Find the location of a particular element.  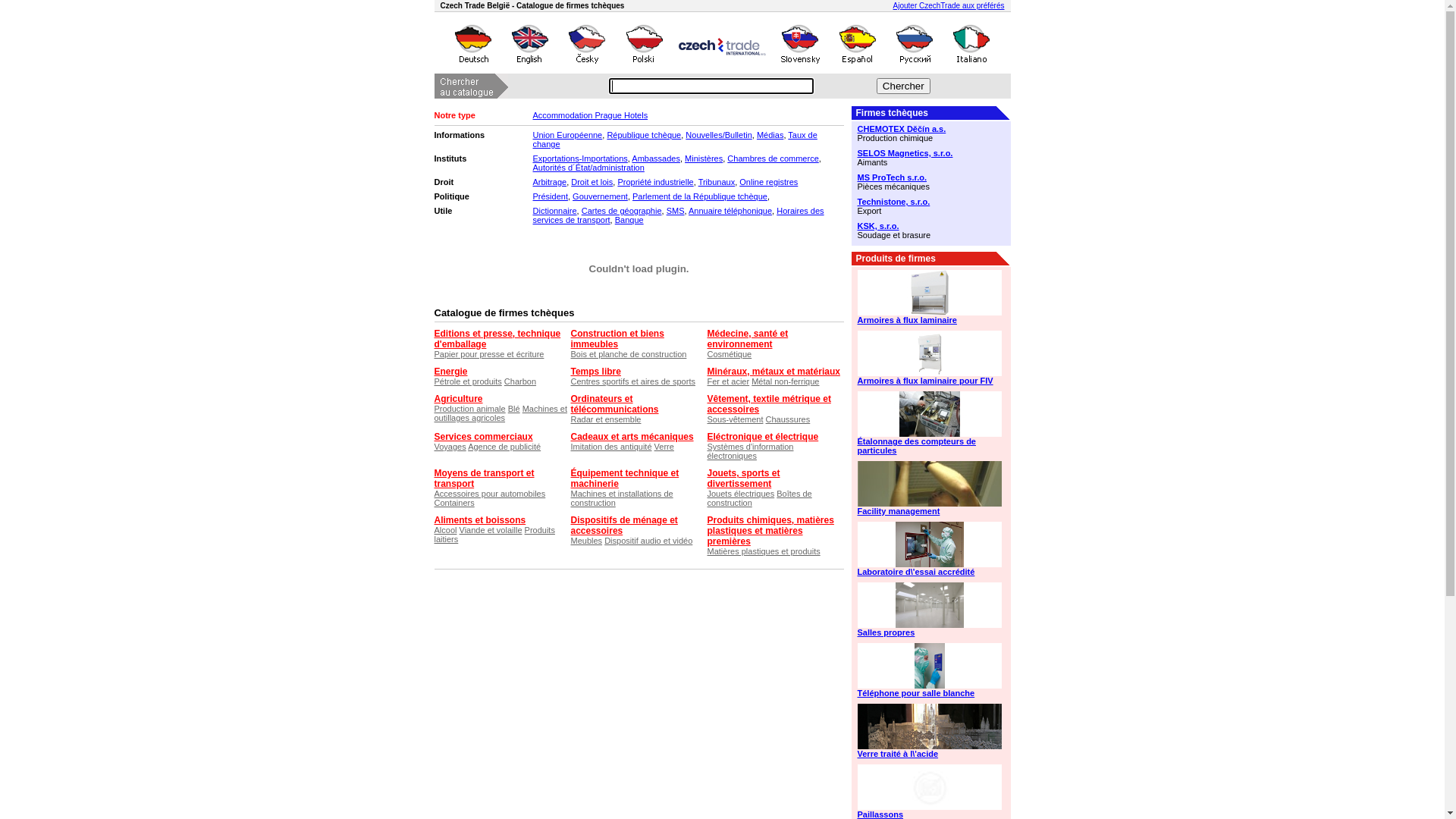

'Services commerciaux' is located at coordinates (482, 436).